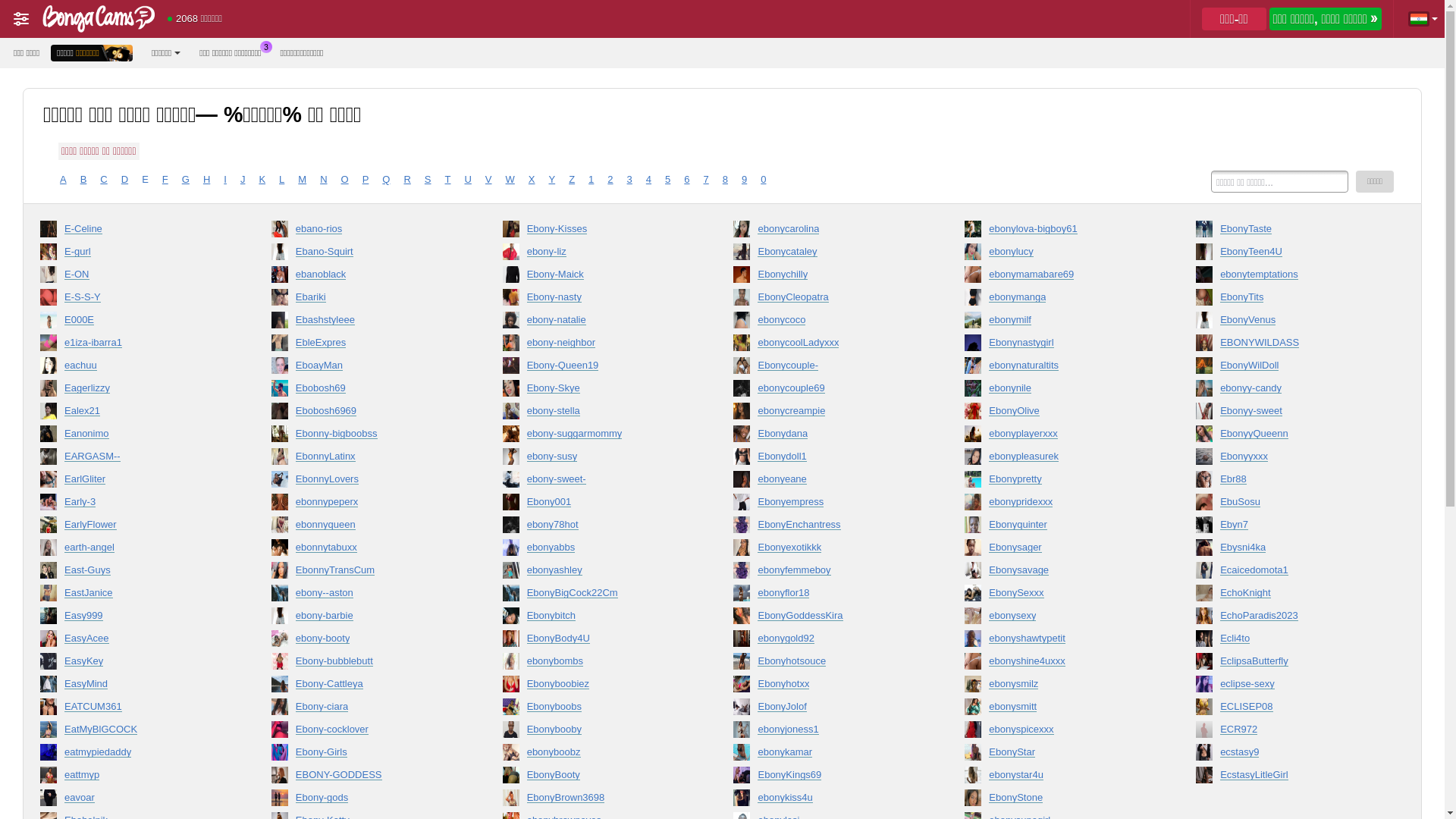 The height and width of the screenshot is (819, 1456). I want to click on 'X', so click(532, 178).